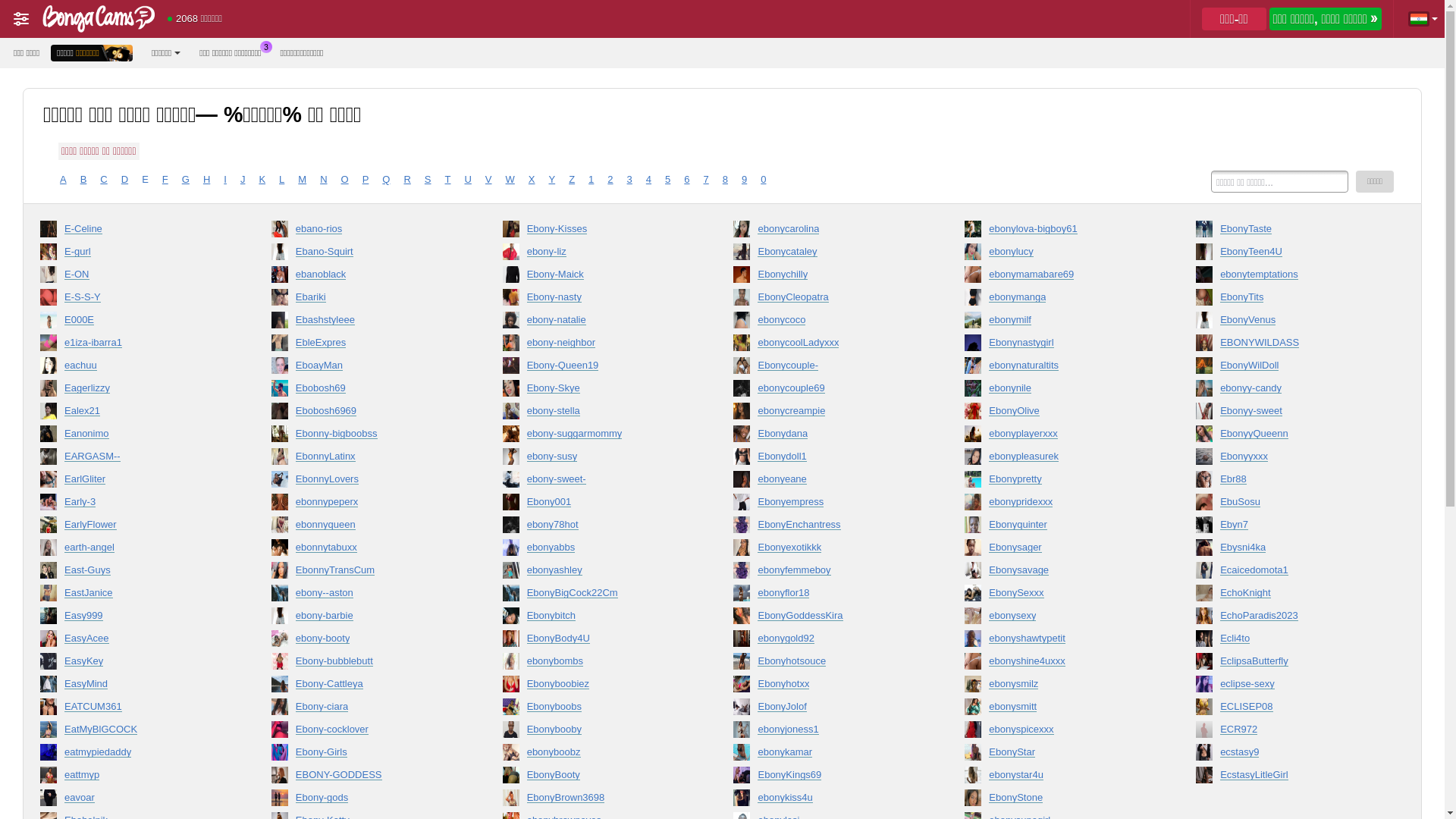 The height and width of the screenshot is (819, 1456). I want to click on 'X', so click(532, 178).